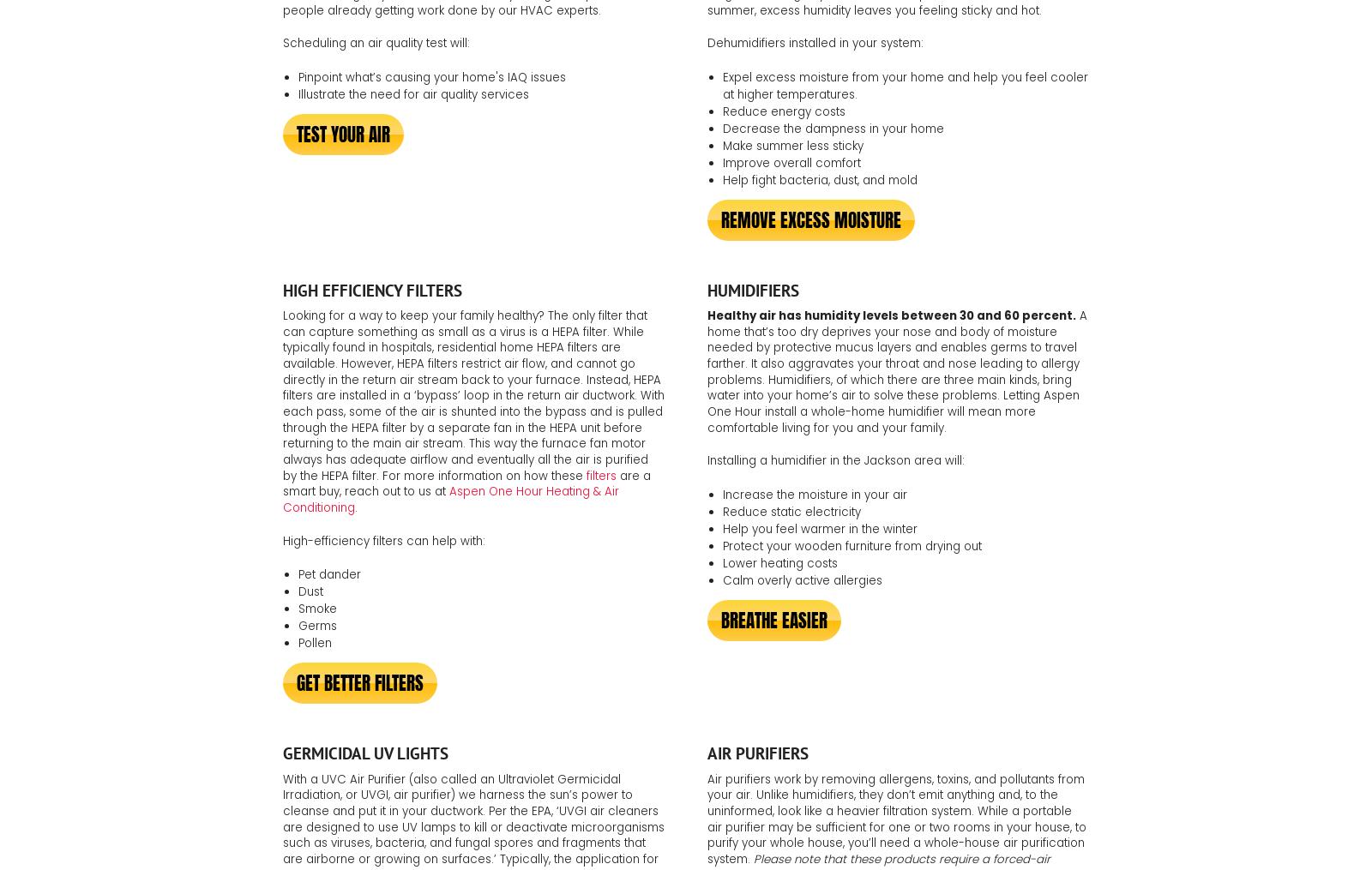 This screenshot has width=1372, height=870. What do you see at coordinates (430, 76) in the screenshot?
I see `'Pinpoint what’s causing your home's IAQ issues'` at bounding box center [430, 76].